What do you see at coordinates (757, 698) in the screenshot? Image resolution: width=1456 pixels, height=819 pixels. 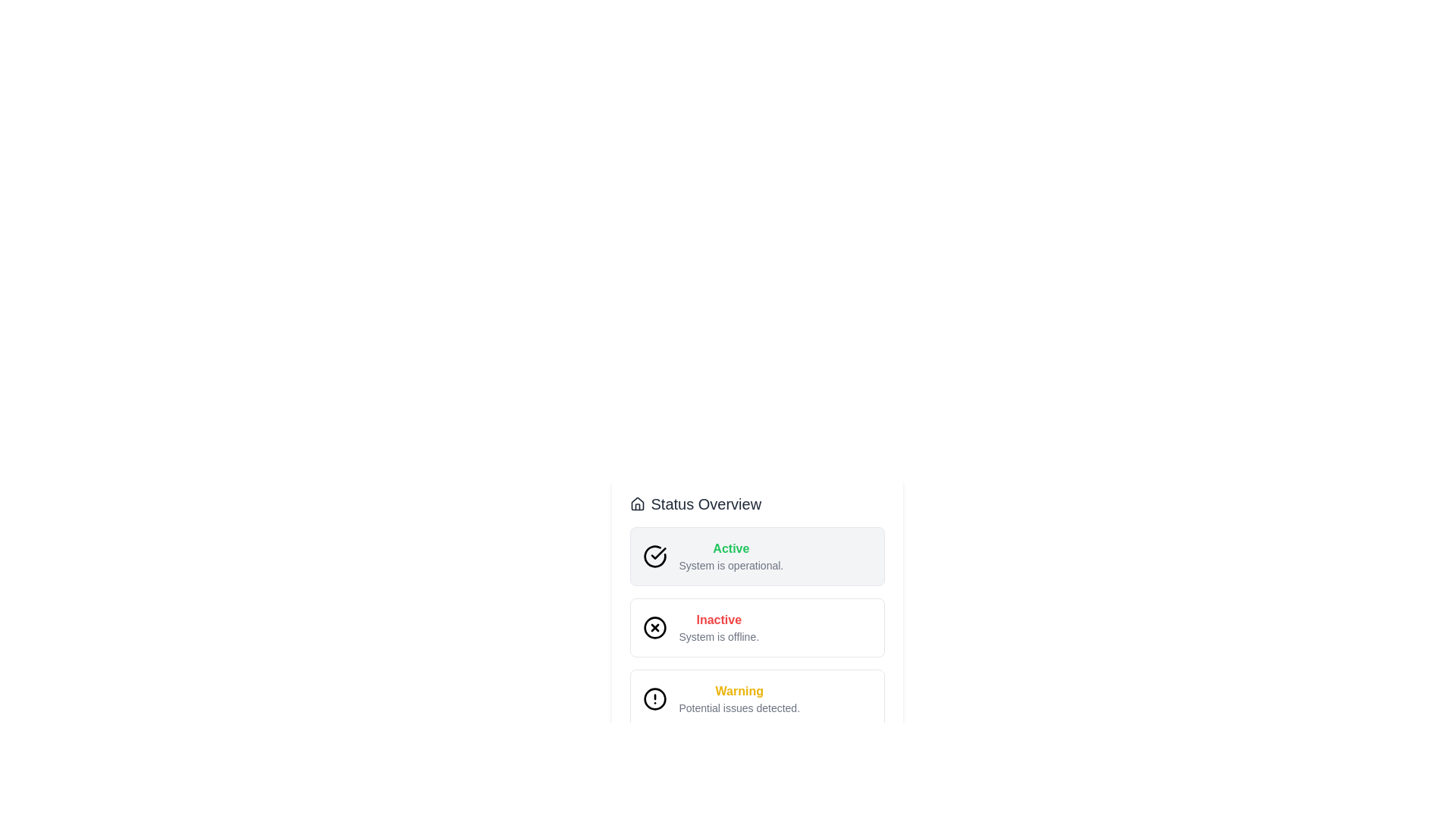 I see `the Status indicator box displaying a warning with the text 'Warning' and 'Potential issues detected.' for additional information` at bounding box center [757, 698].